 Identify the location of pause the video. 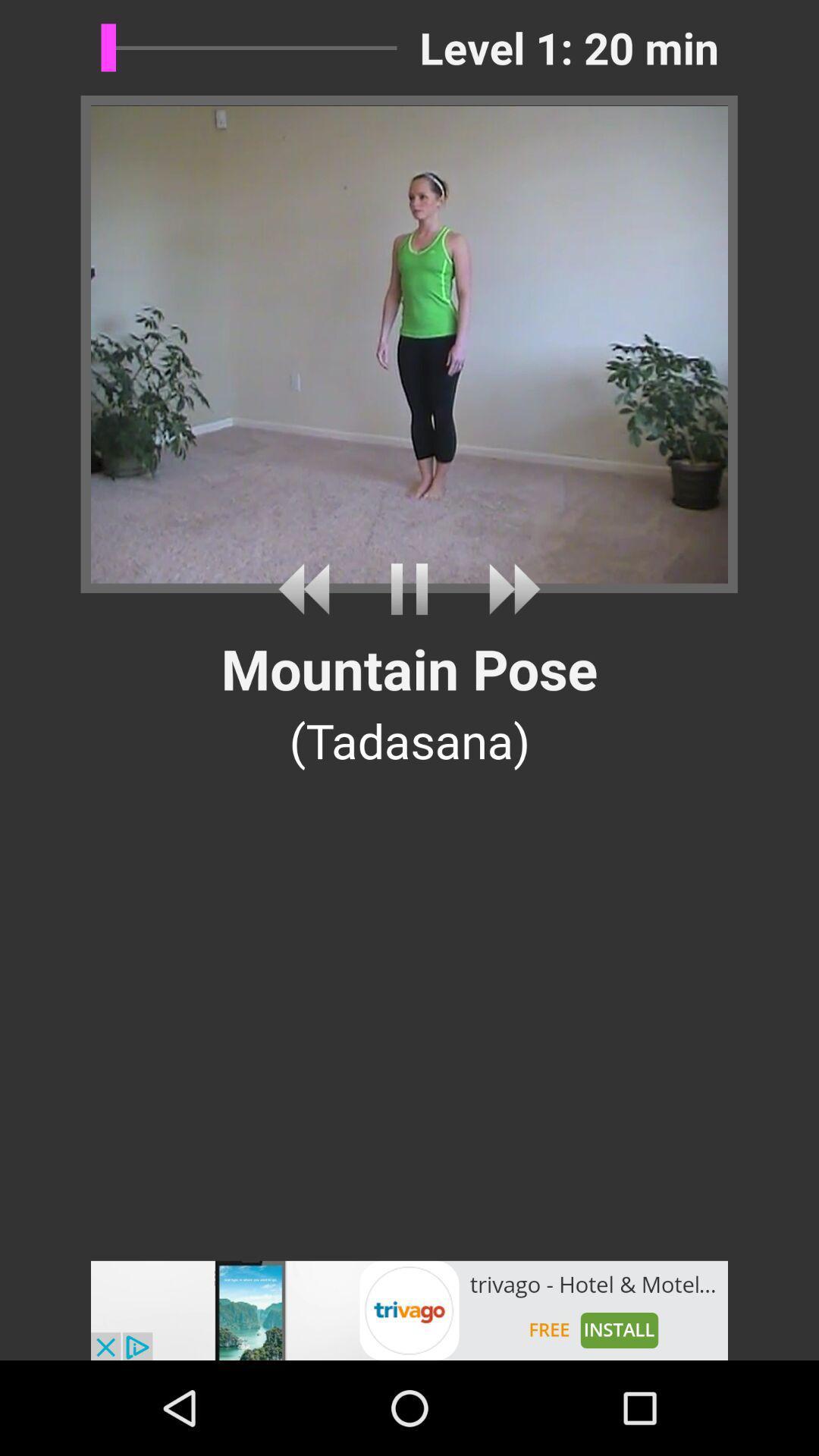
(409, 588).